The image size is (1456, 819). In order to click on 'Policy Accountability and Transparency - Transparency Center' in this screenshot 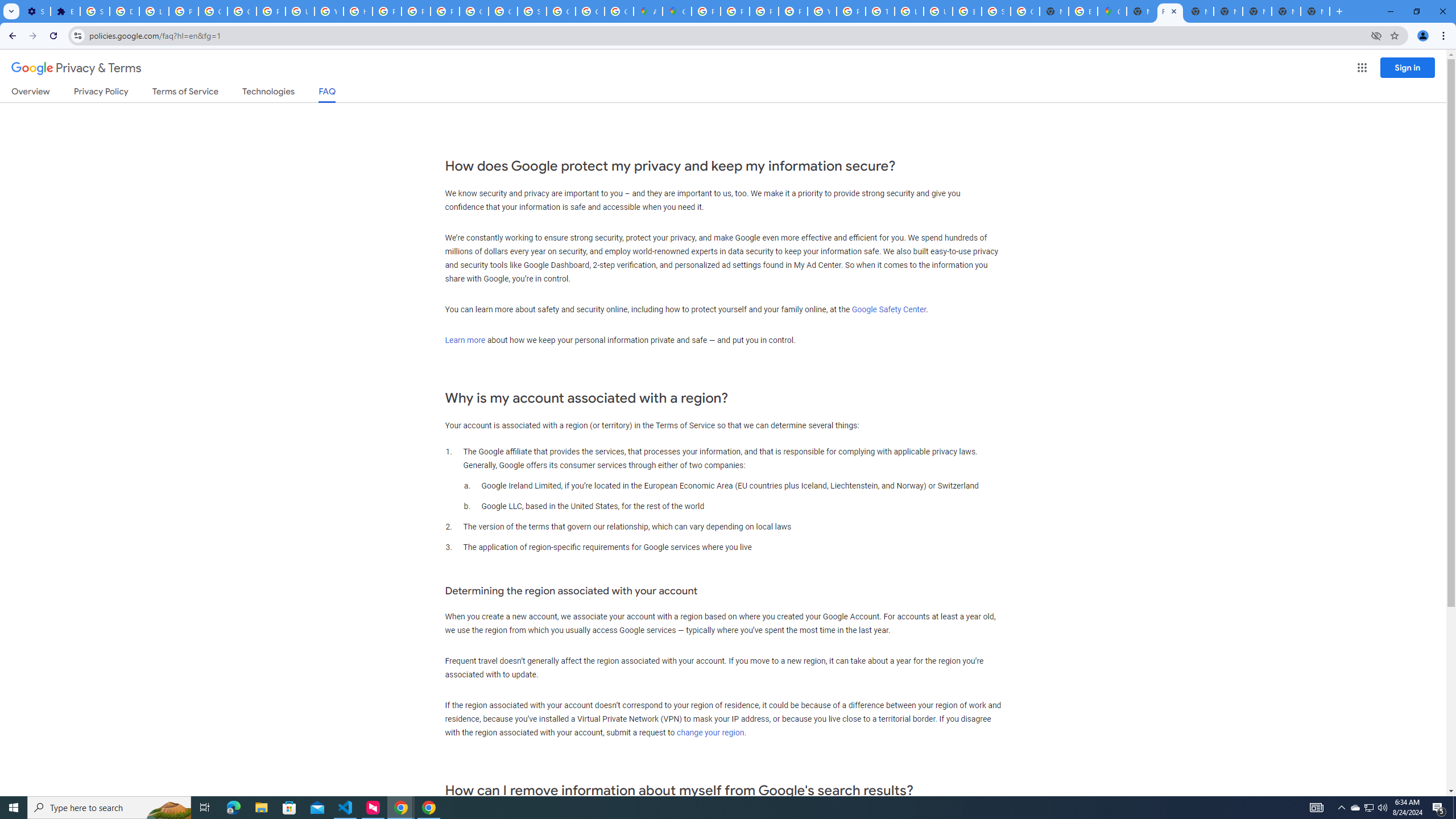, I will do `click(705, 11)`.